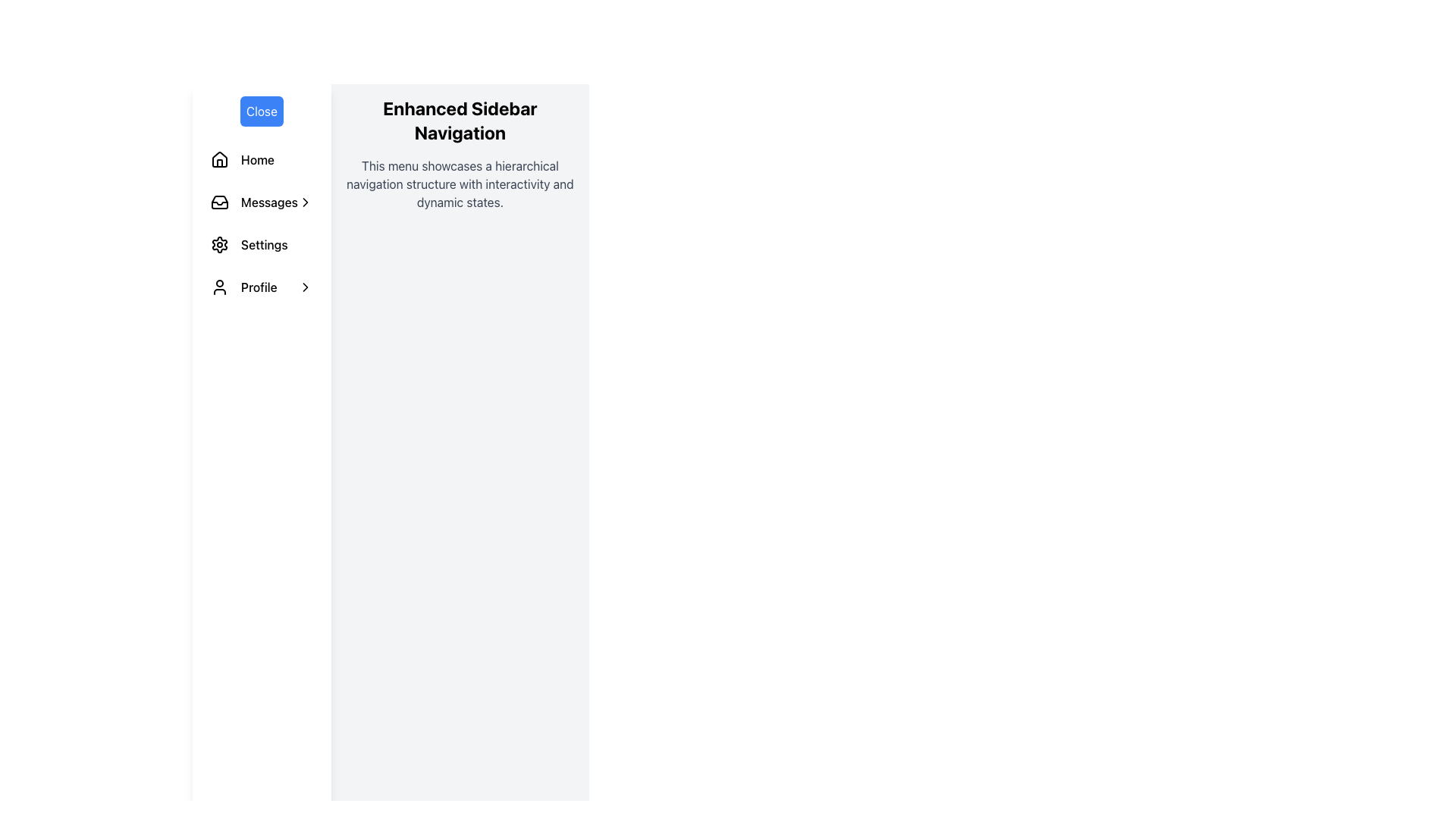  I want to click on the 'Home' icon in the navigation menu, which is the second icon following the door icon, so click(218, 158).